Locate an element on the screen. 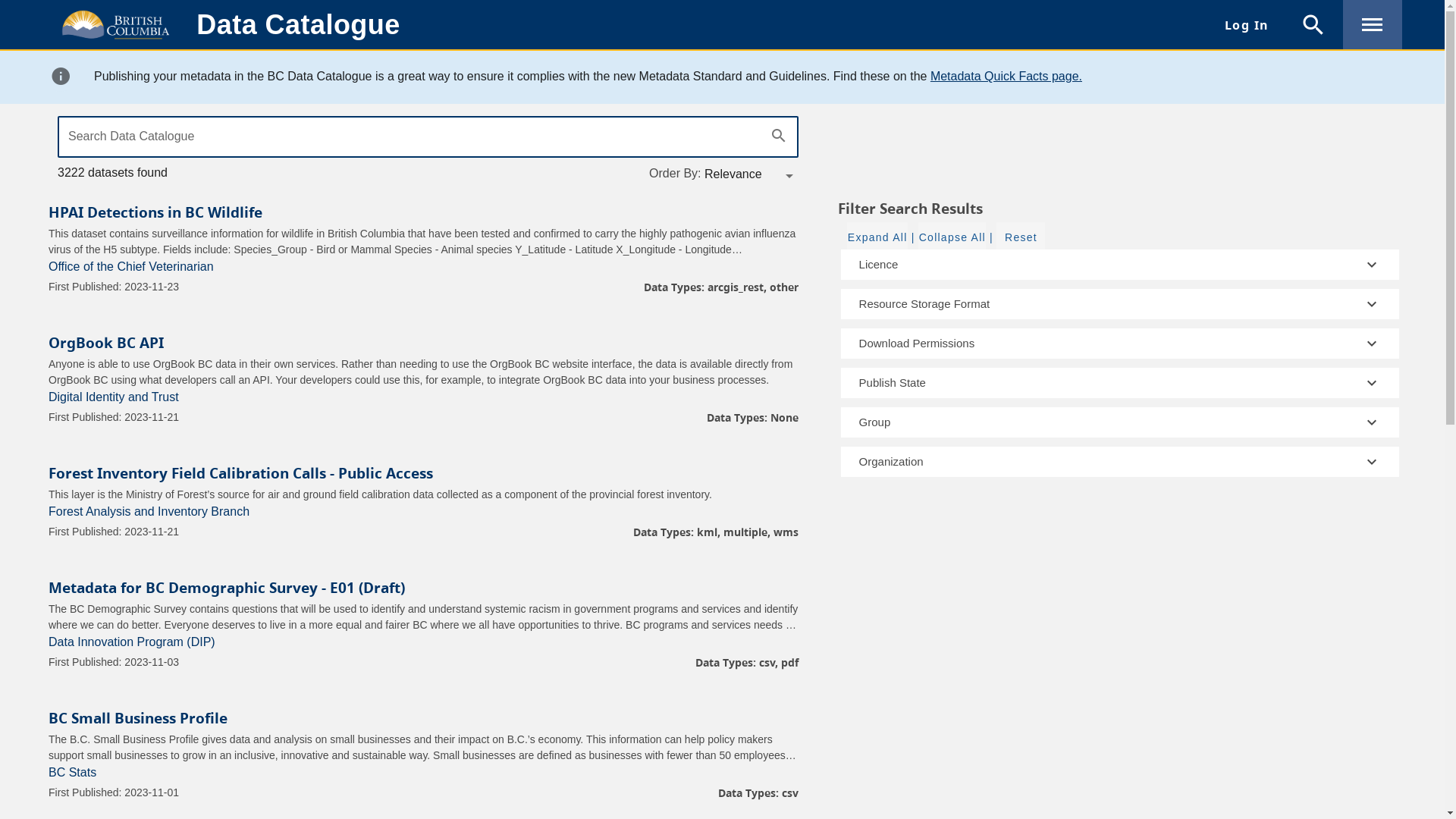 Image resolution: width=1456 pixels, height=819 pixels. 'Metadata Quick Facts page.' is located at coordinates (1006, 76).